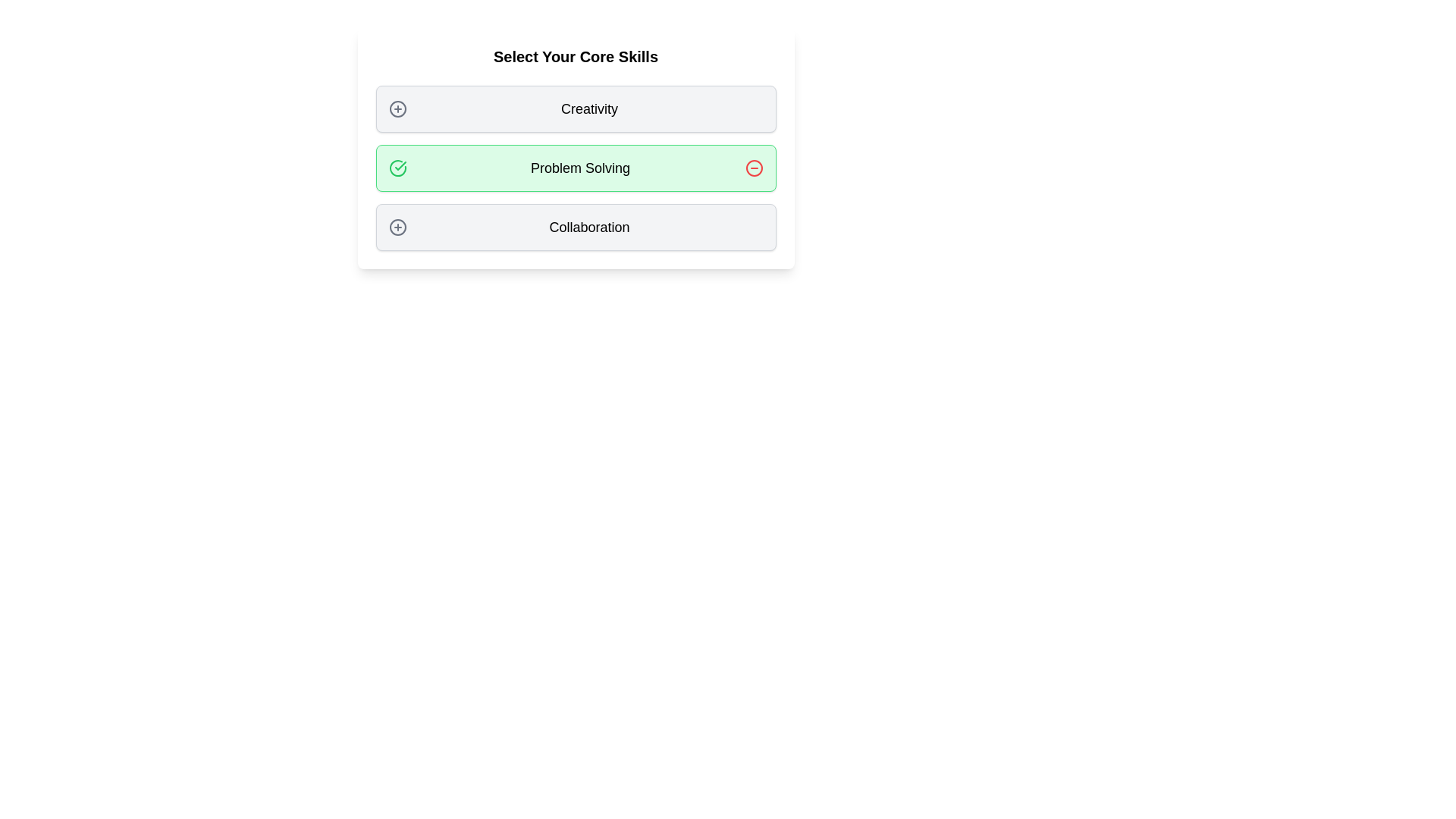 The image size is (1456, 819). What do you see at coordinates (575, 168) in the screenshot?
I see `the tag Problem Solving to toggle its selection state` at bounding box center [575, 168].